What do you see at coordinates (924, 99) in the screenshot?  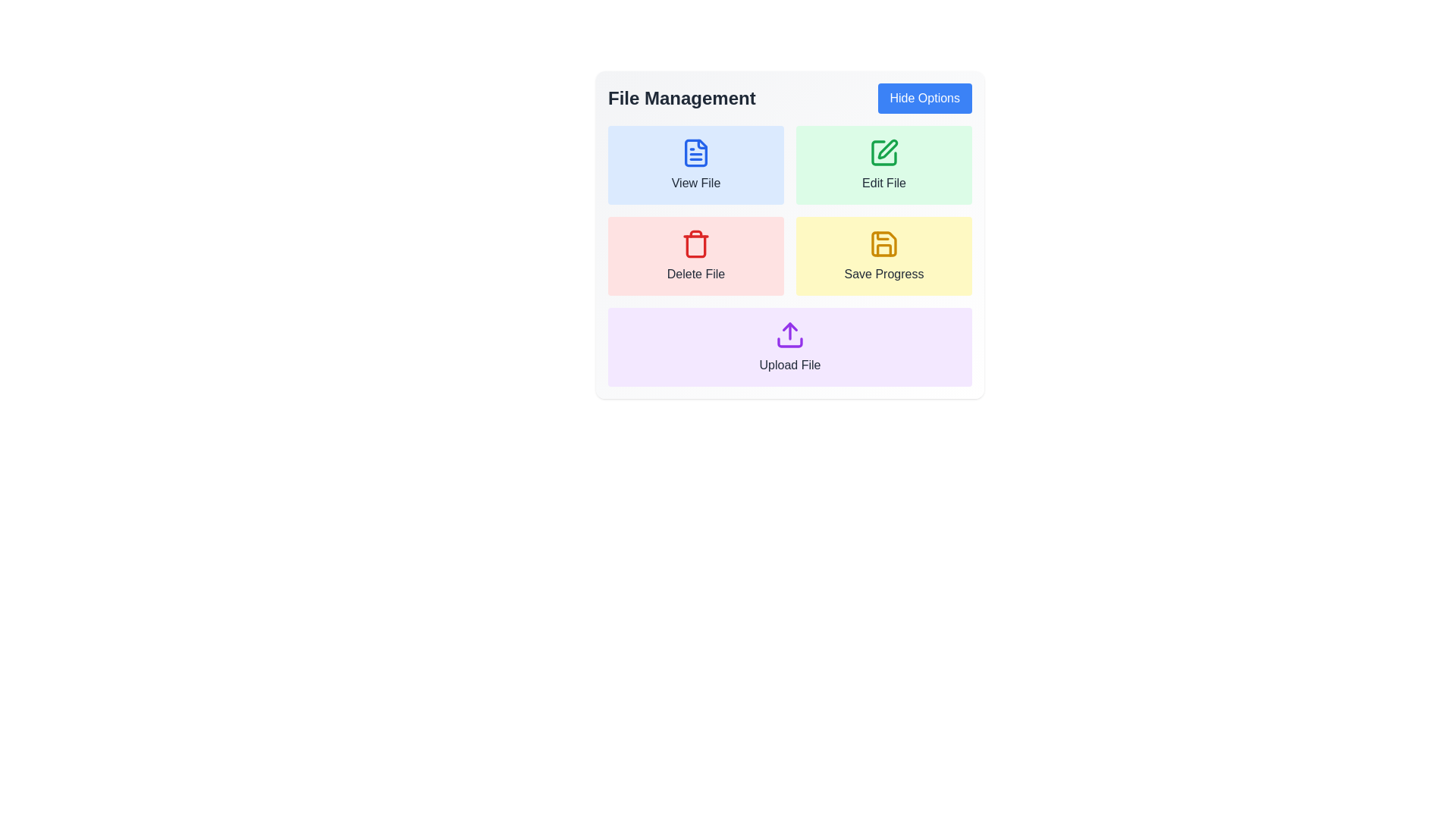 I see `the button in the top-right corner of the 'File Management' section for accessibility navigation` at bounding box center [924, 99].